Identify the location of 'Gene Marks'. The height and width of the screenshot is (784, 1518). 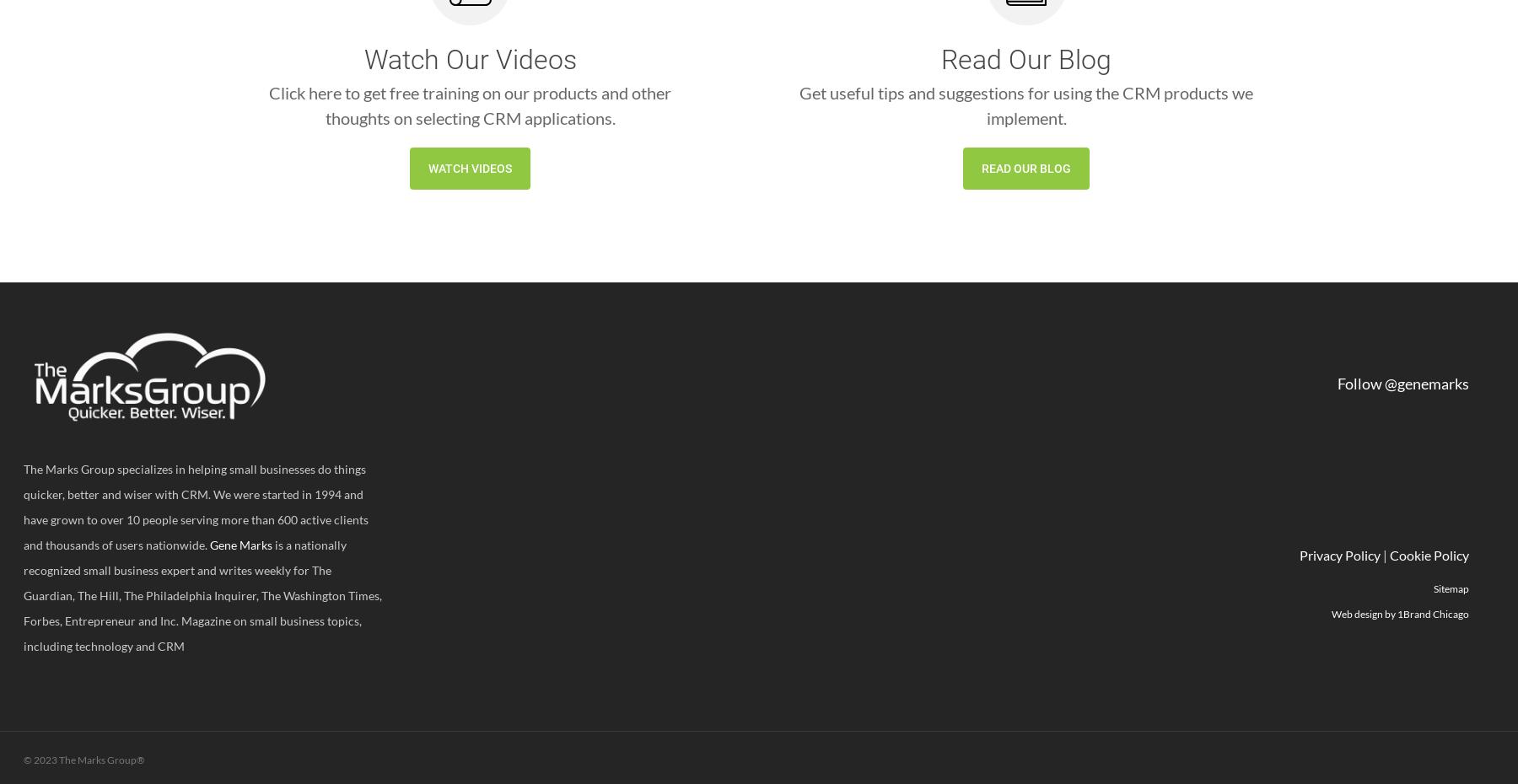
(208, 543).